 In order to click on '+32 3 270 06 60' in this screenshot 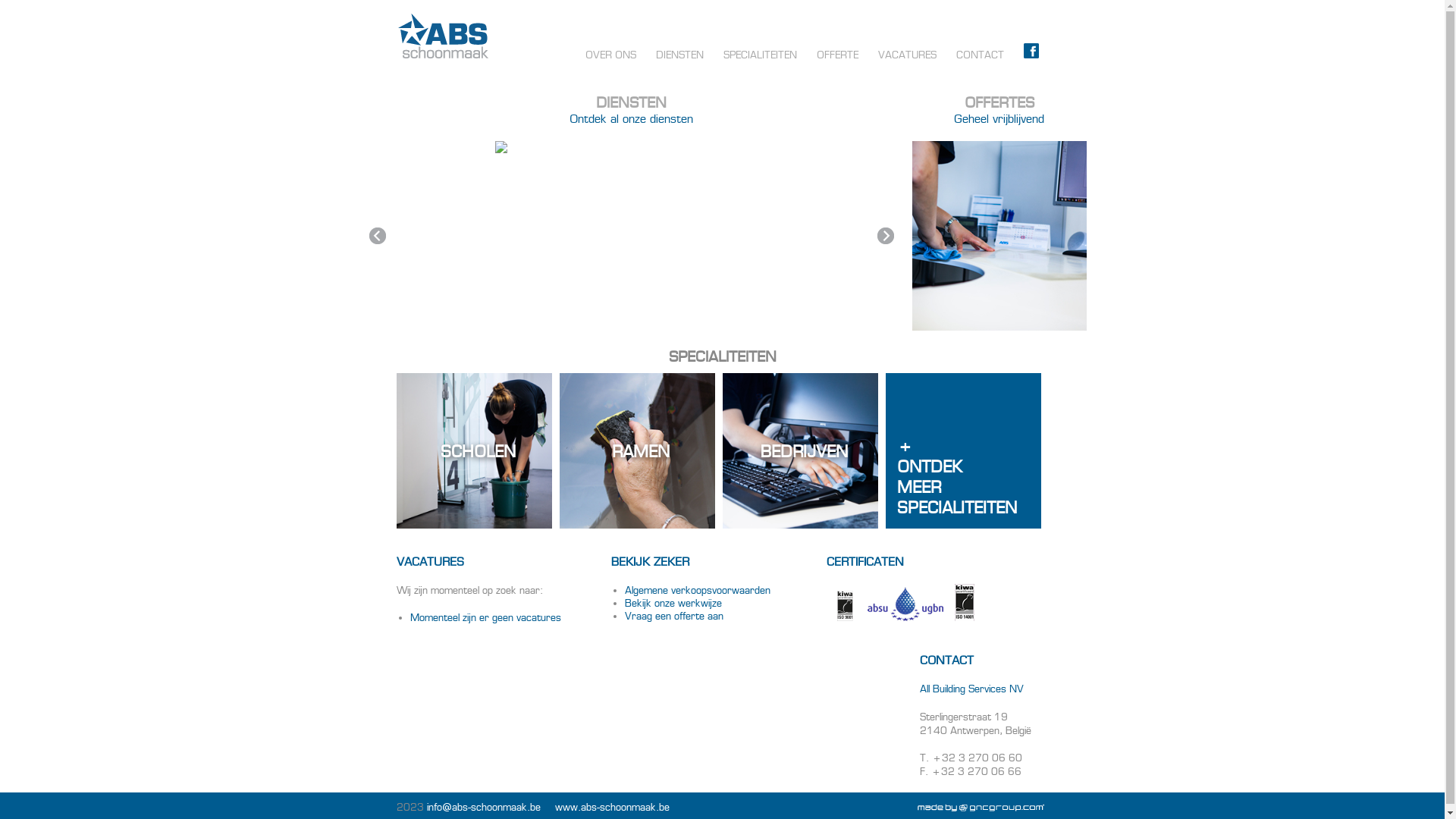, I will do `click(976, 758)`.